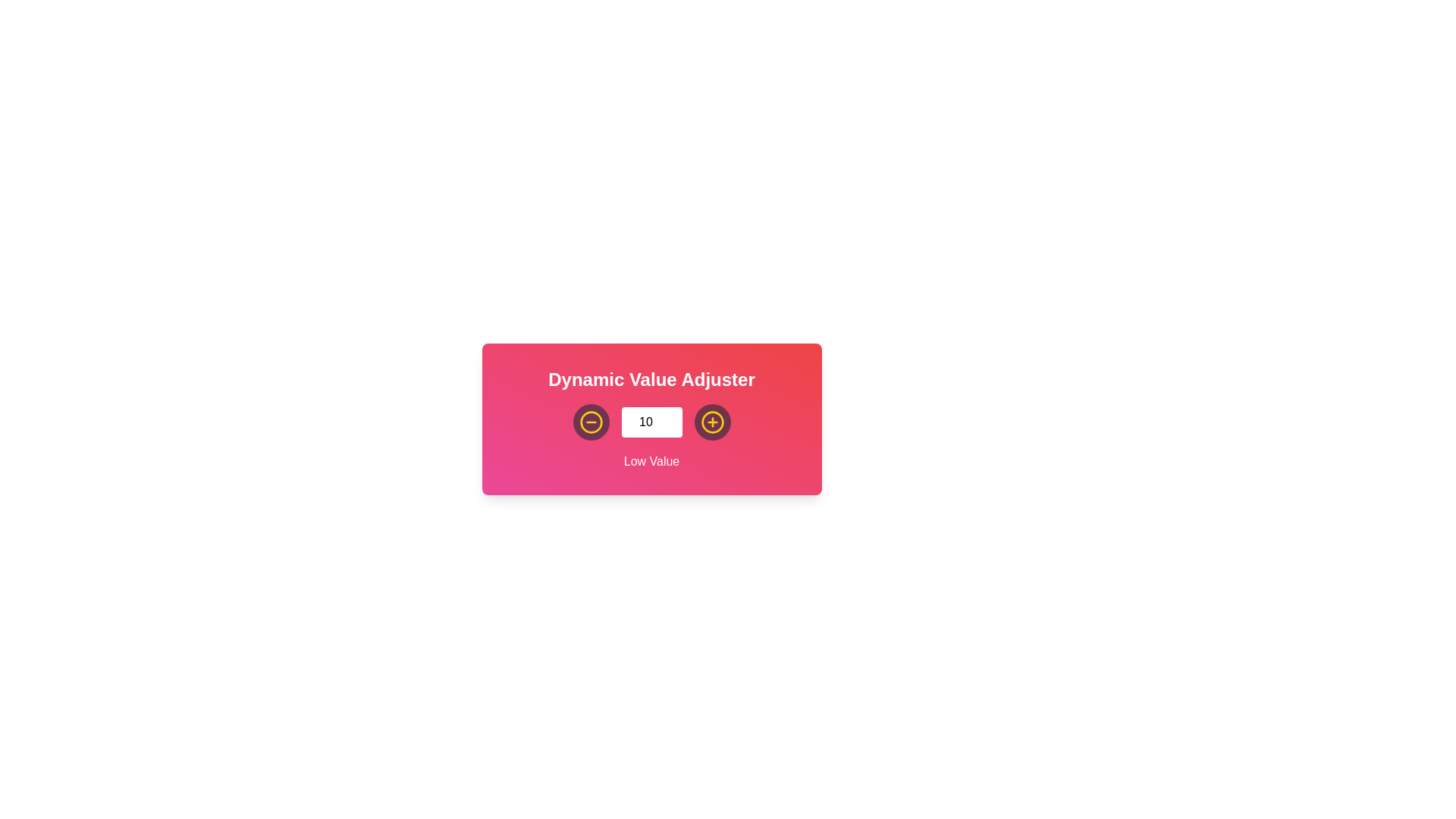  What do you see at coordinates (711, 422) in the screenshot?
I see `the increment button located to the right of the numeric input box to increase its value` at bounding box center [711, 422].